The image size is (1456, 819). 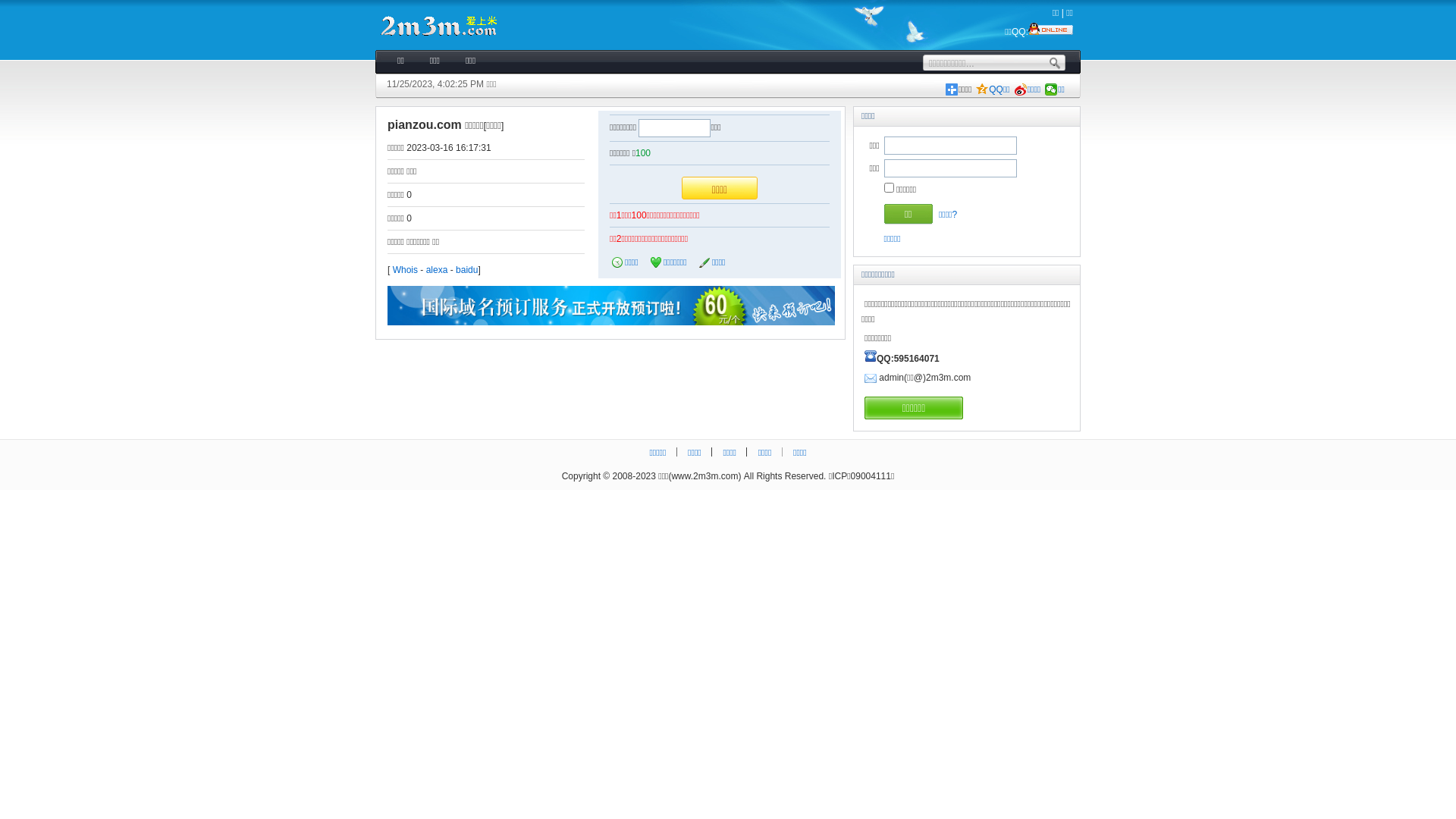 What do you see at coordinates (466, 268) in the screenshot?
I see `'baidu'` at bounding box center [466, 268].